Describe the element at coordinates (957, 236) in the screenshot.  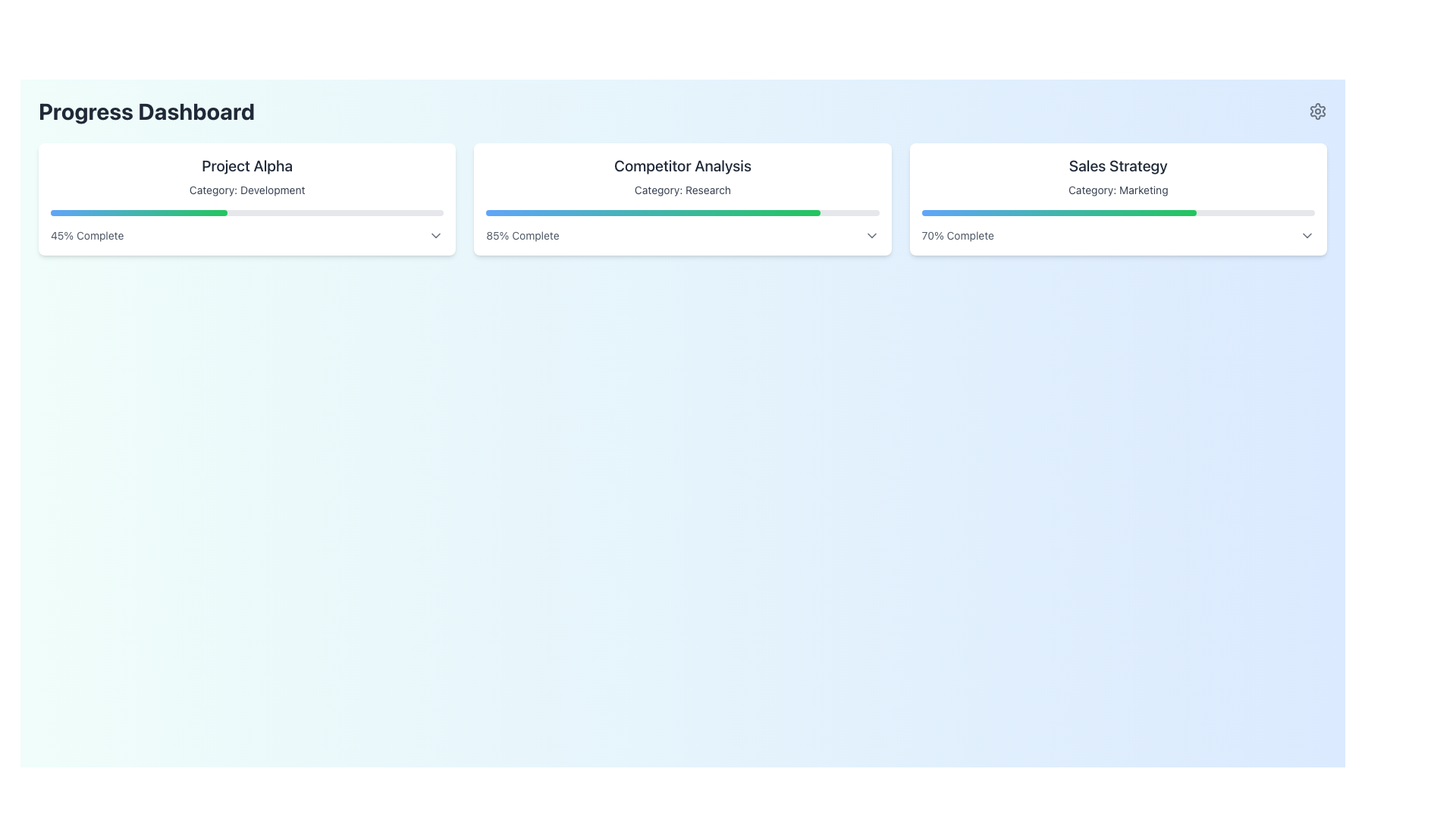
I see `the static text indicating the progress of the task, which shows a 70% completion status, located within the 'Sales Strategy' card below the progress bar` at that location.